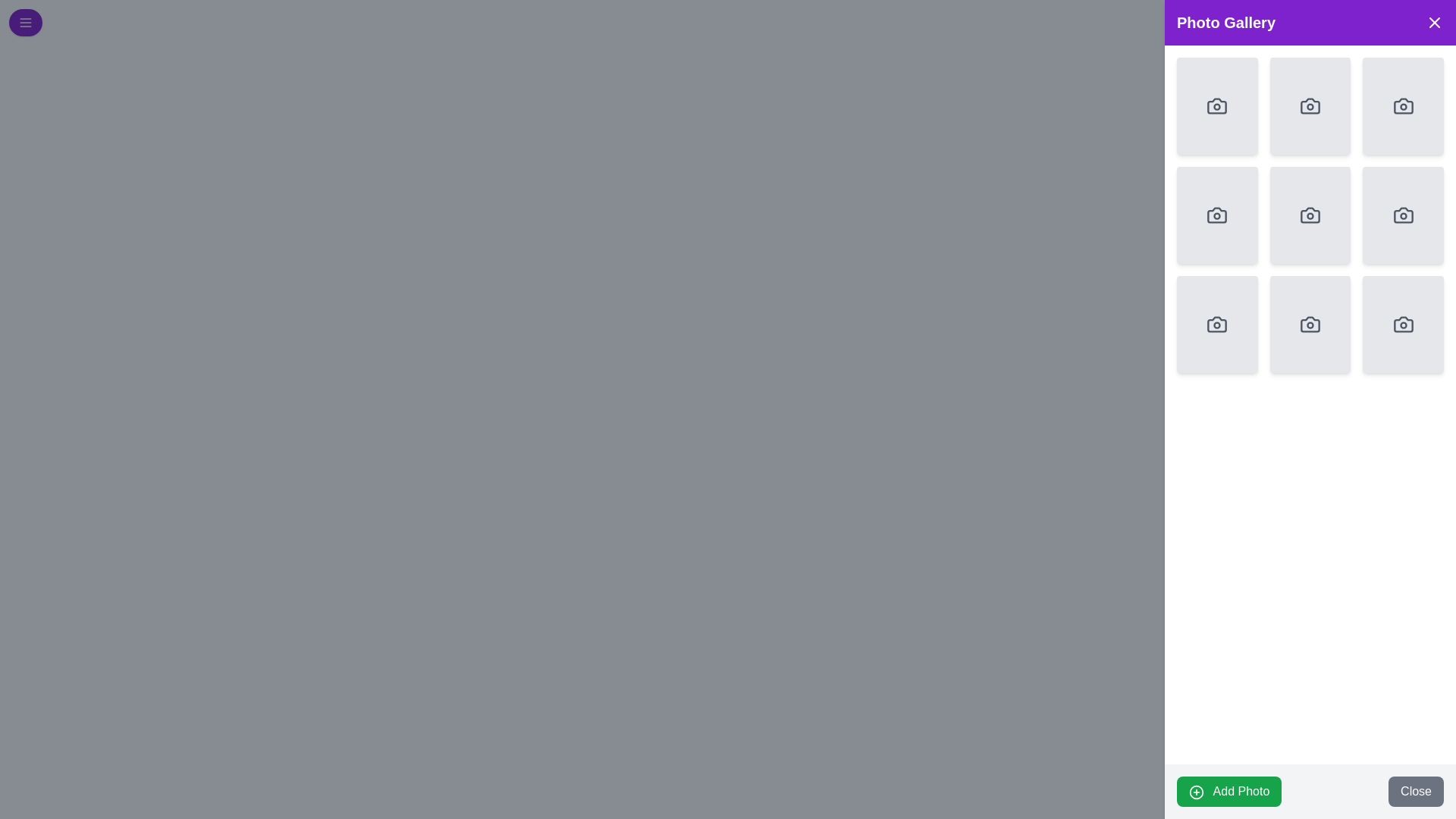 The height and width of the screenshot is (819, 1456). Describe the element at coordinates (1402, 105) in the screenshot. I see `the top portion of the gray camera icon located in the top-right grid cell of the 'Photo Gallery' panel` at that location.